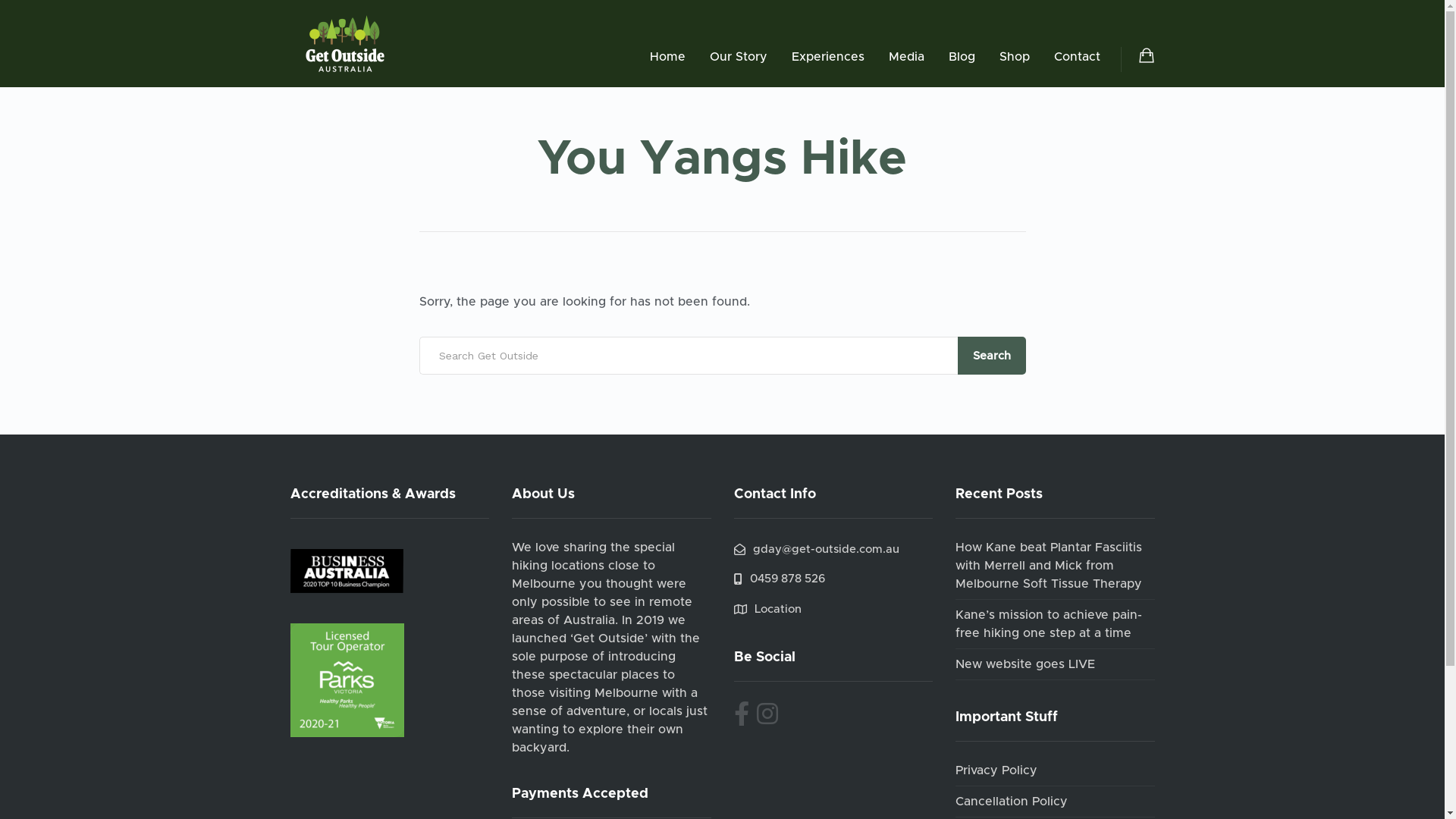 The height and width of the screenshot is (819, 1456). Describe the element at coordinates (739, 55) in the screenshot. I see `'Our Story'` at that location.